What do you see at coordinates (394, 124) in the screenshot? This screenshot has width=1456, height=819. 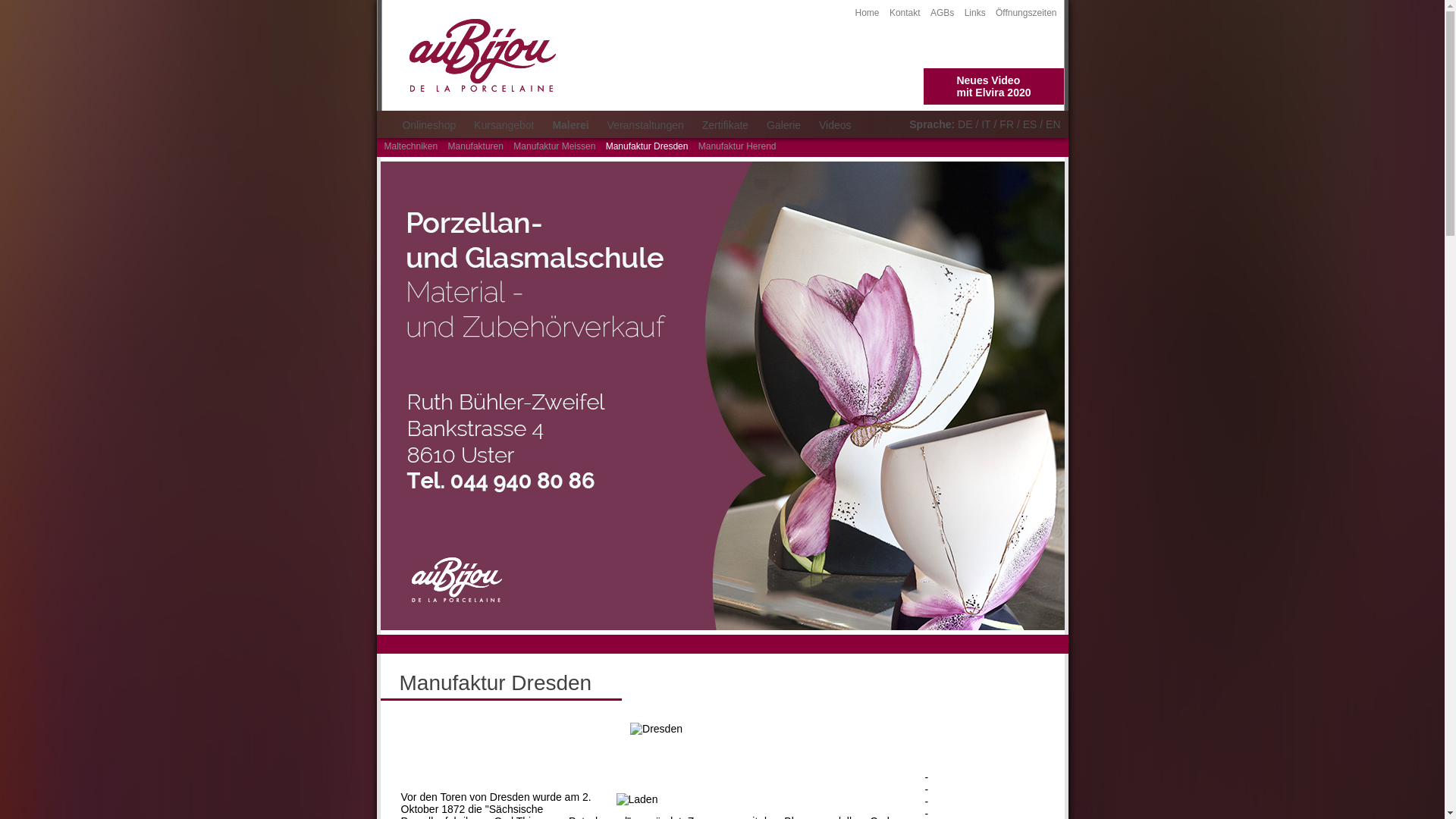 I see `'Onlineshop'` at bounding box center [394, 124].